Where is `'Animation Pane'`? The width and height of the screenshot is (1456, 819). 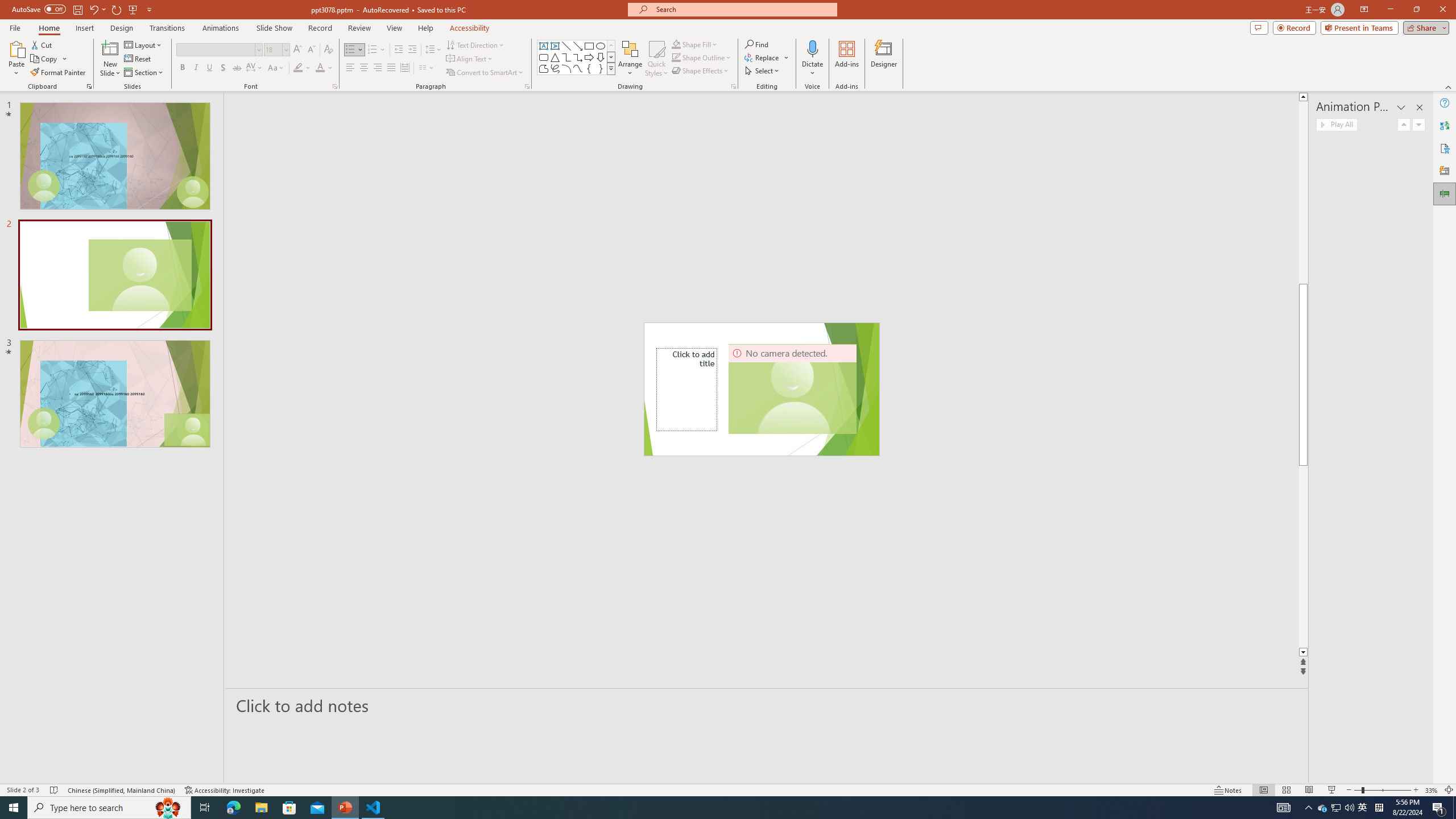 'Animation Pane' is located at coordinates (1444, 193).